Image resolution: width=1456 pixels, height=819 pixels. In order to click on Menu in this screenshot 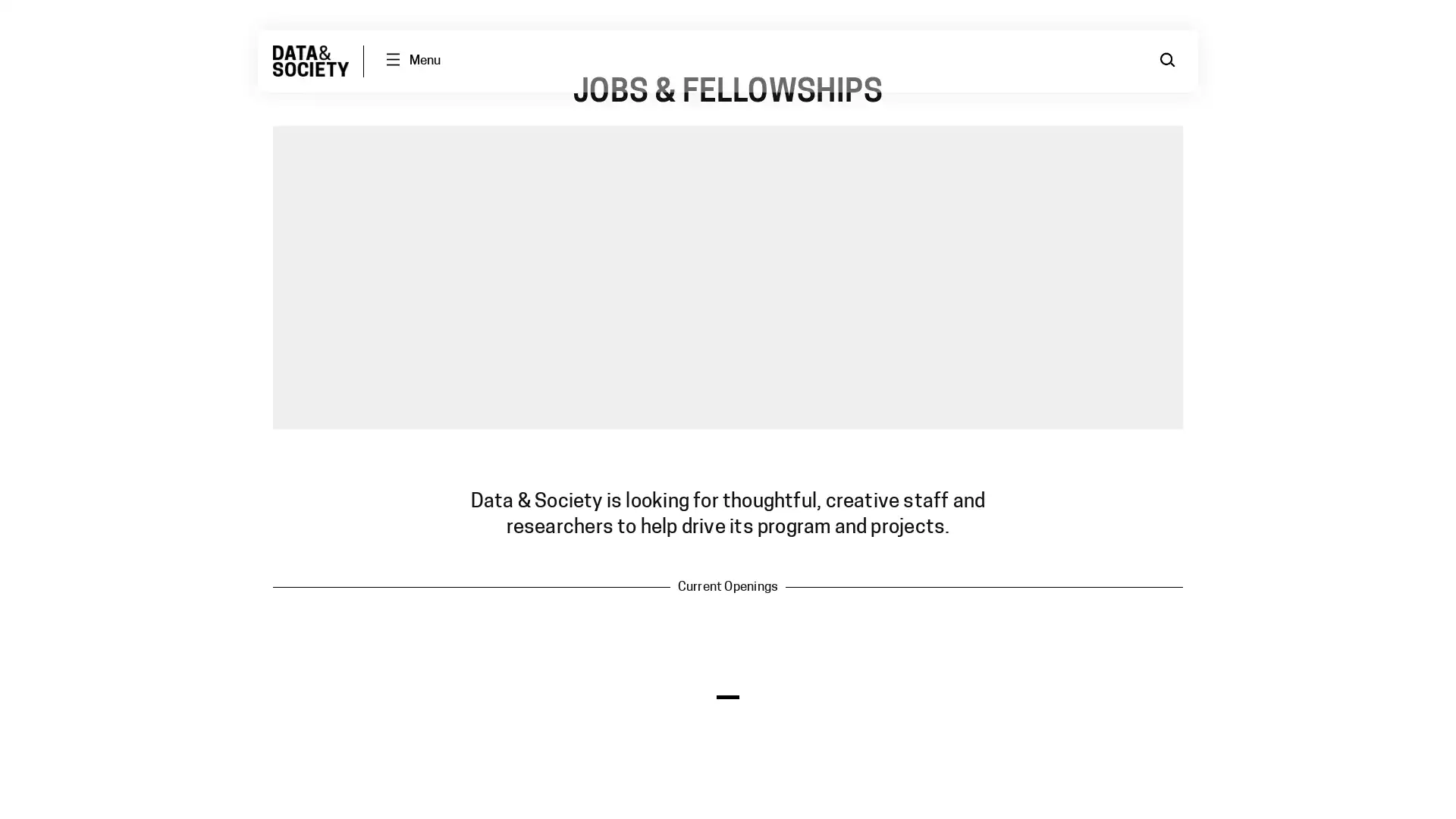, I will do `click(412, 60)`.